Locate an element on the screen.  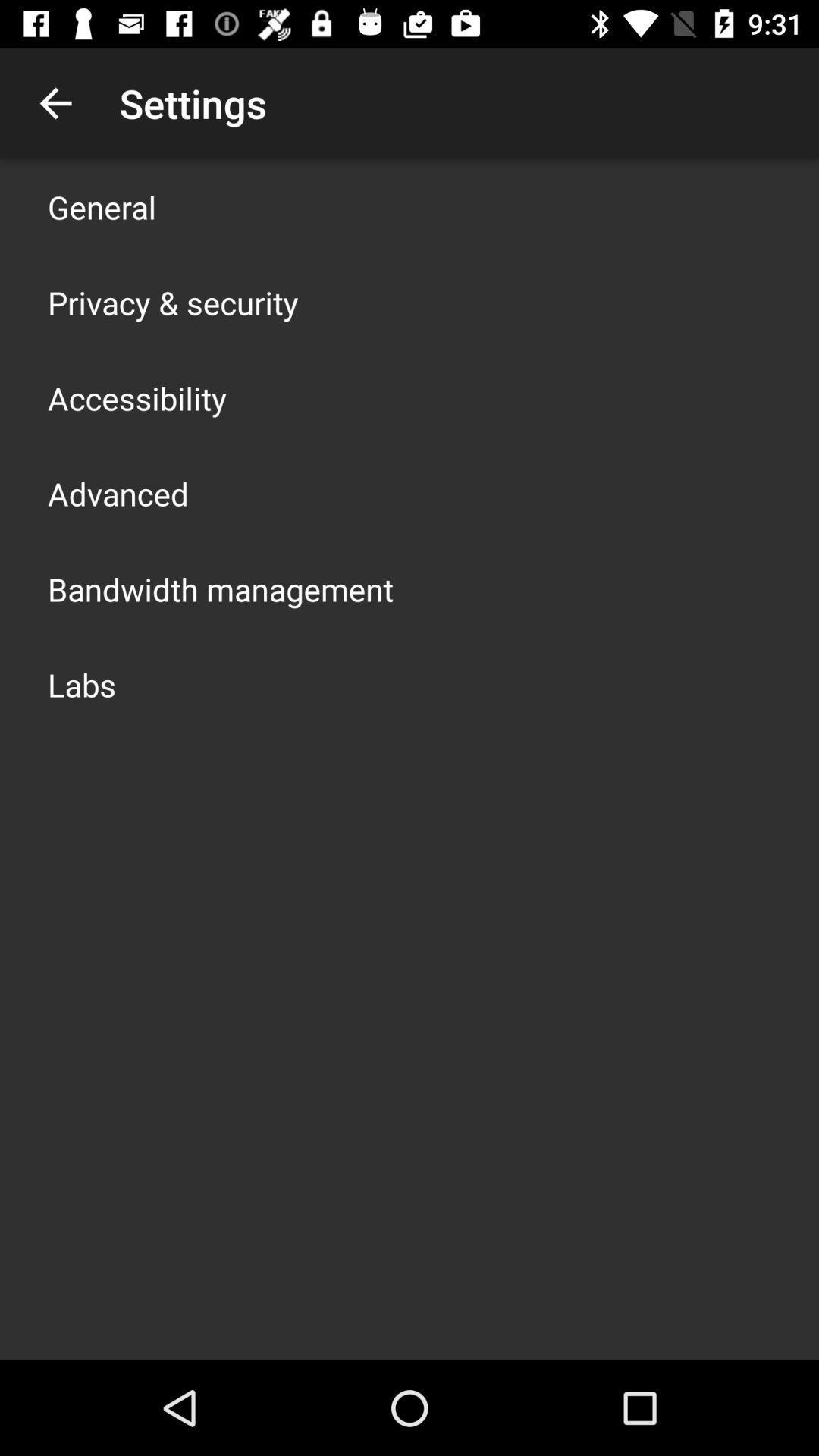
icon to the left of settings app is located at coordinates (55, 102).